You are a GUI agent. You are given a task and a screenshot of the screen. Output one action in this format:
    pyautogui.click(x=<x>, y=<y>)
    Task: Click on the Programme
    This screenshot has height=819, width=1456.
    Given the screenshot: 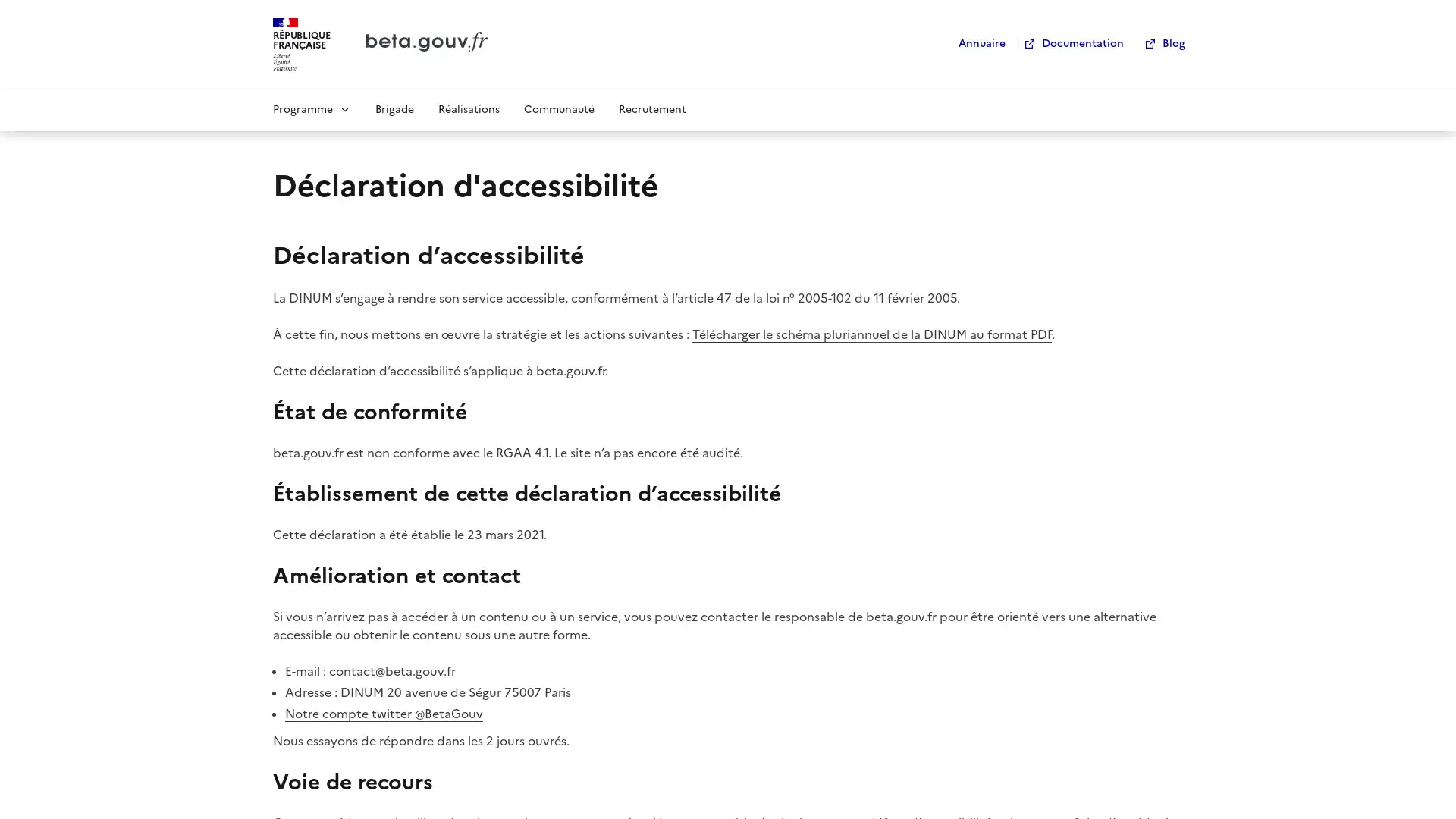 What is the action you would take?
    pyautogui.click(x=311, y=108)
    